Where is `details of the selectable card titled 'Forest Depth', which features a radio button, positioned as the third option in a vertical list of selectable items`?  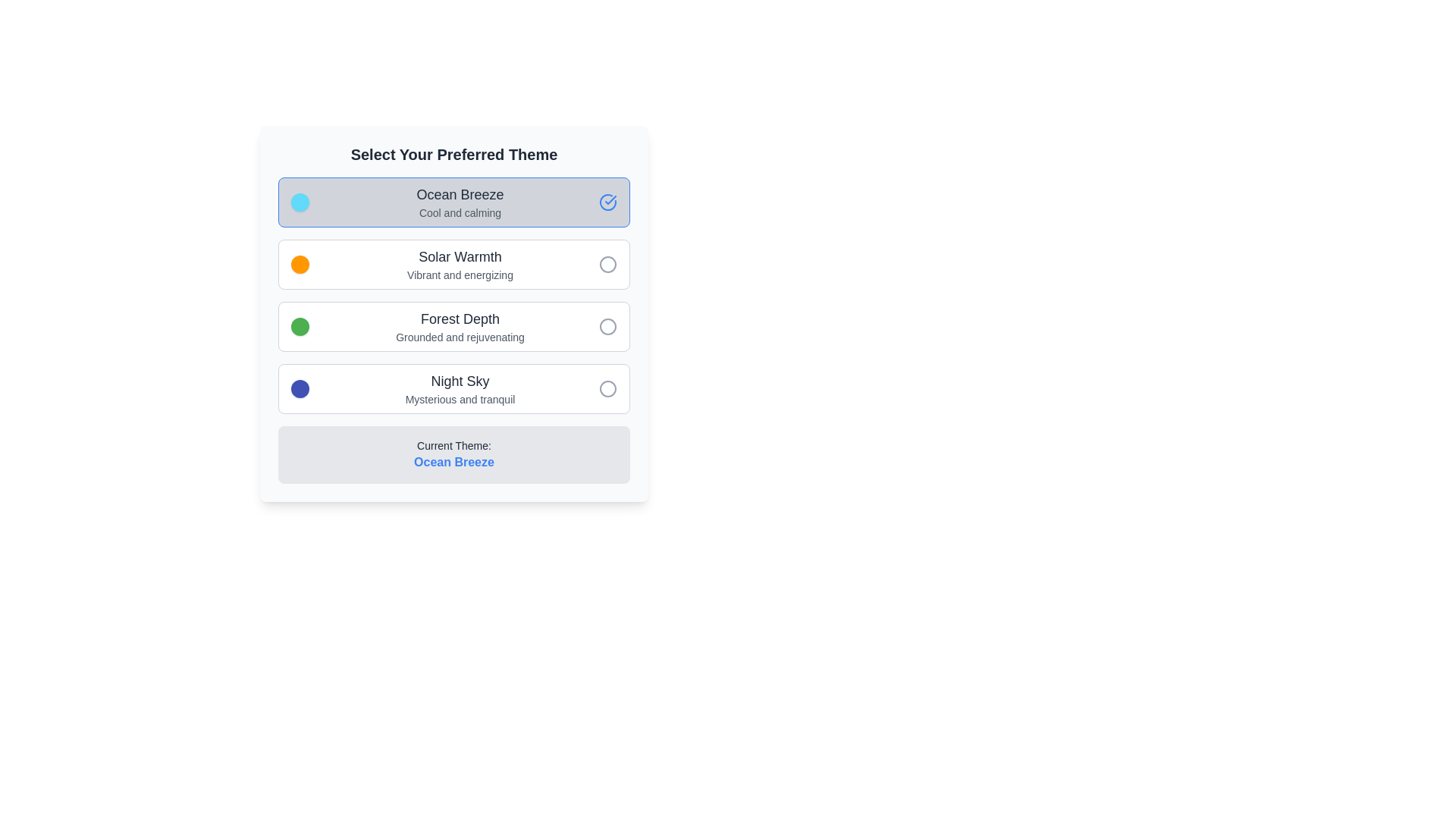 details of the selectable card titled 'Forest Depth', which features a radio button, positioned as the third option in a vertical list of selectable items is located at coordinates (453, 326).